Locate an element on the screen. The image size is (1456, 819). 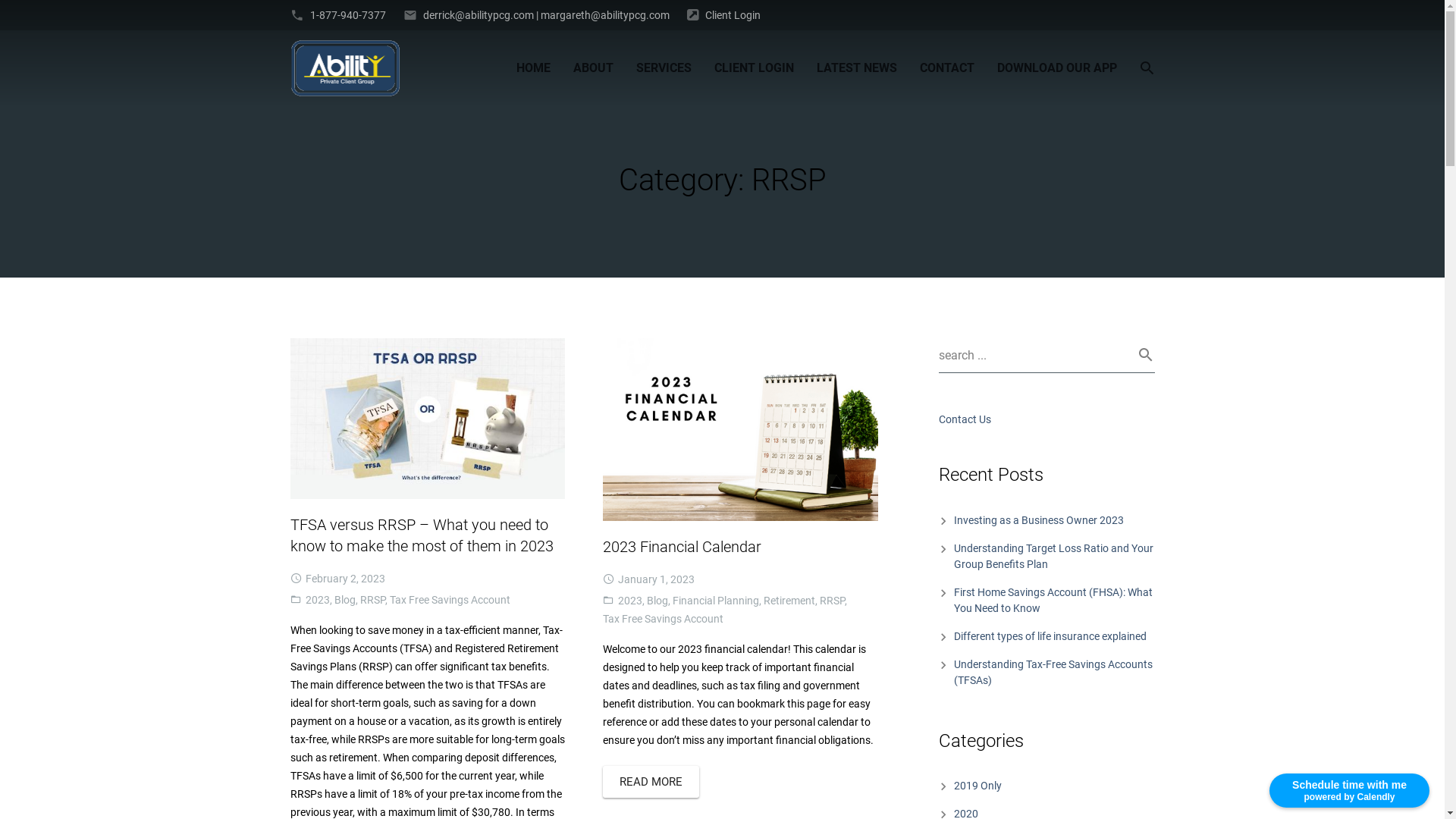
'CONTACT' is located at coordinates (946, 67).